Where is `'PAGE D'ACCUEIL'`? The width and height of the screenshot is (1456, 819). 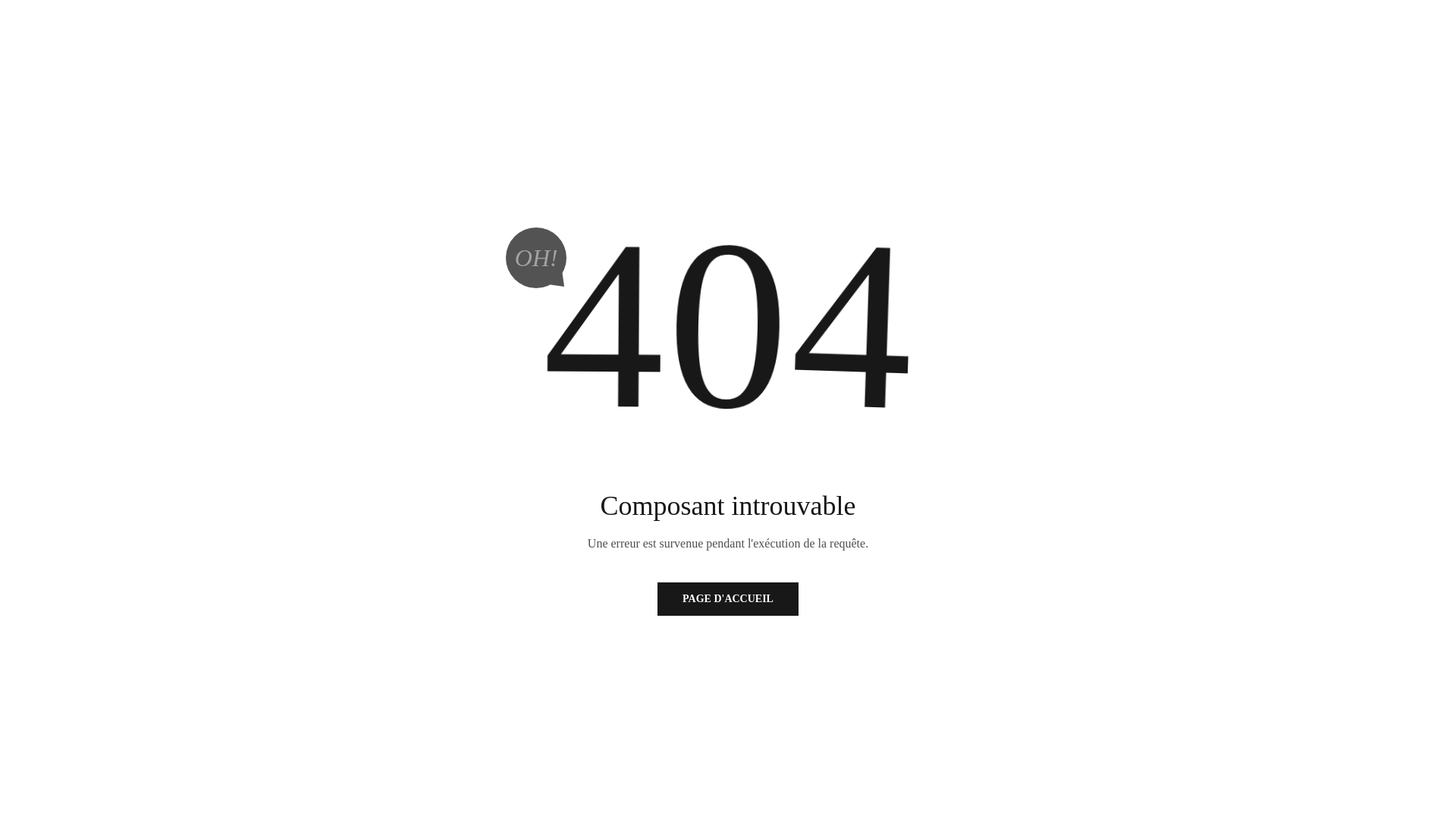 'PAGE D'ACCUEIL' is located at coordinates (728, 598).